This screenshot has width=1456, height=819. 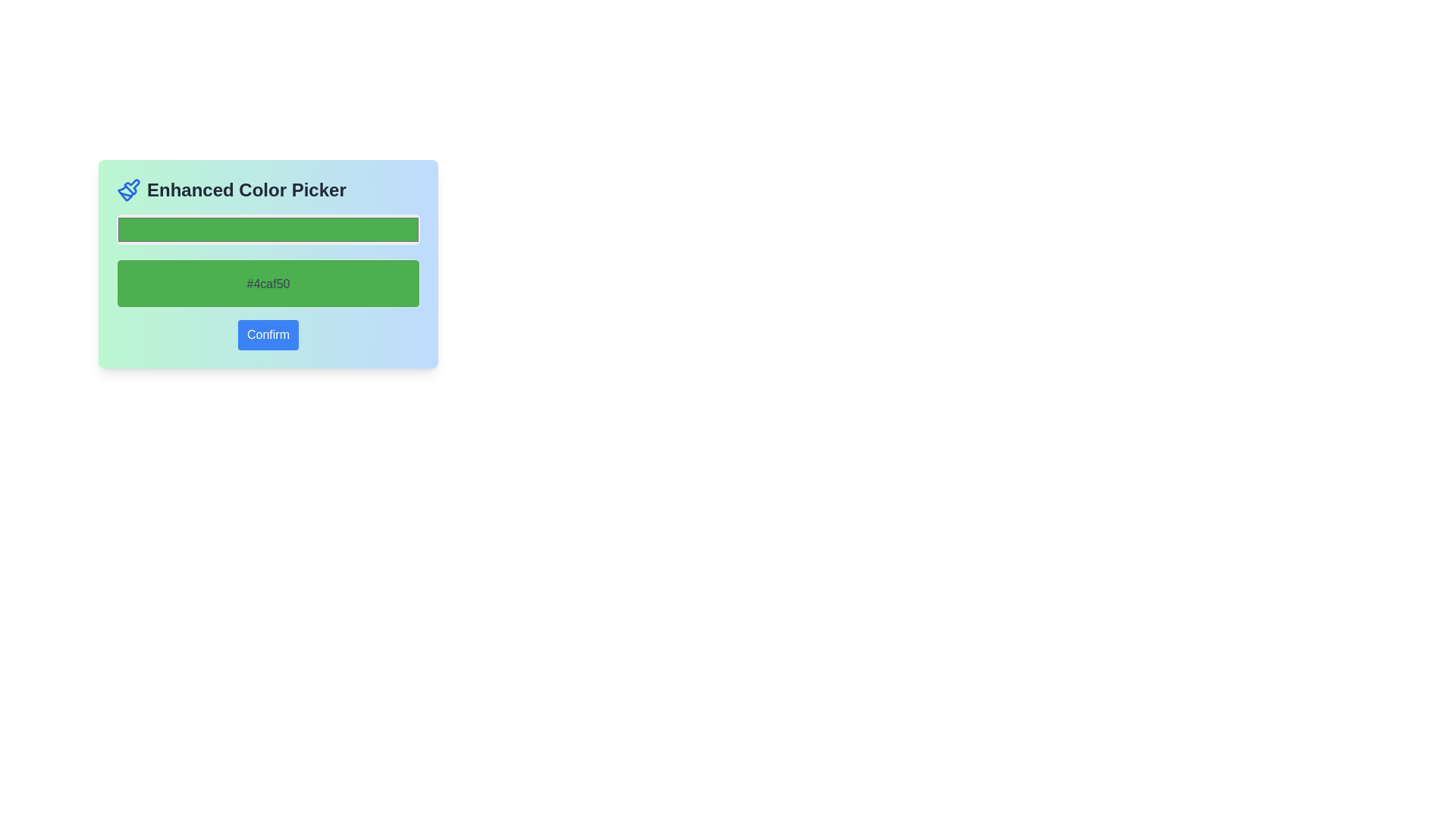 What do you see at coordinates (246, 189) in the screenshot?
I see `the text display labeled 'Enhanced Color Picker', which is prominently styled in large, bold dark gray font at the top of the interface` at bounding box center [246, 189].